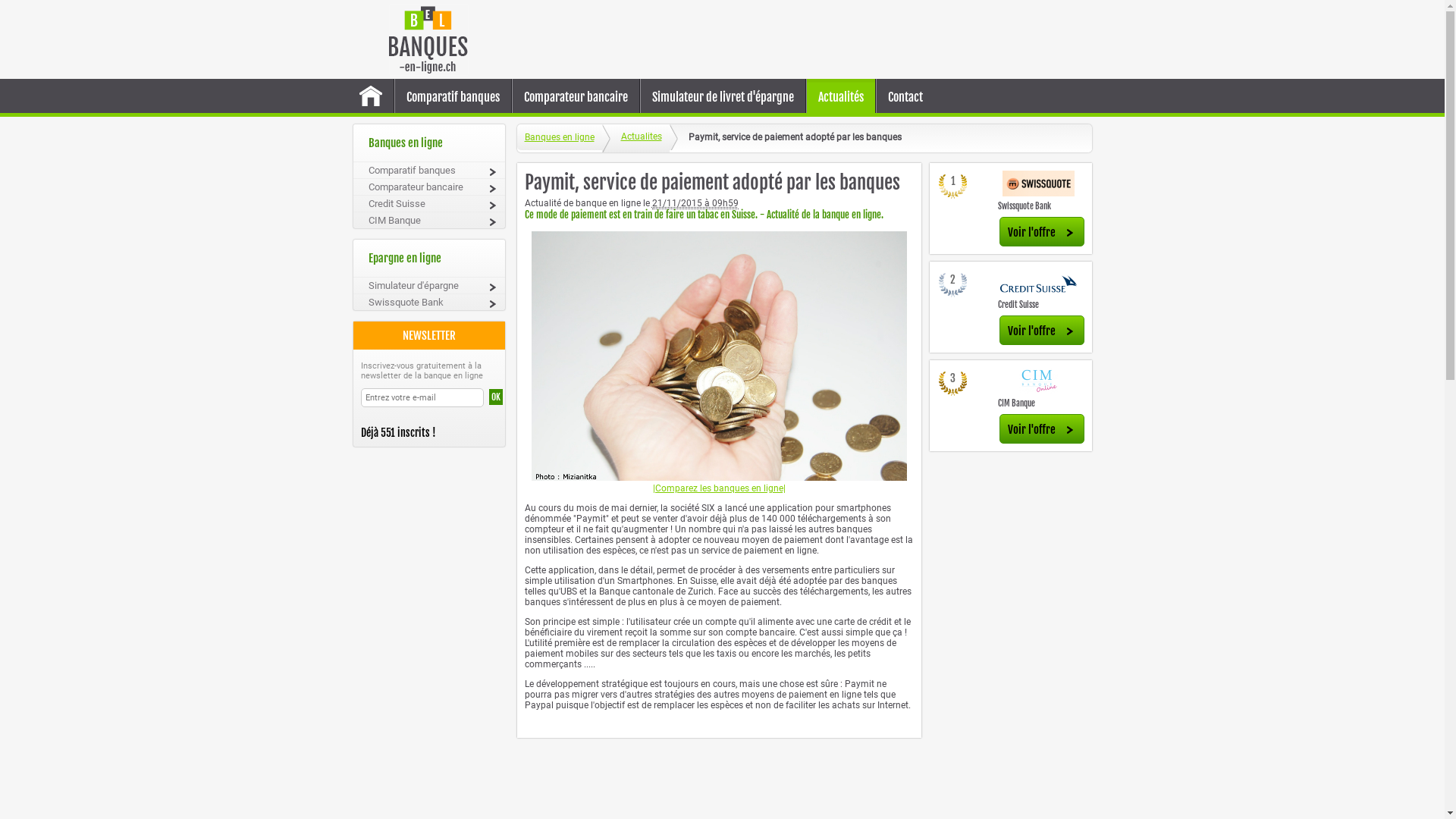 The width and height of the screenshot is (1456, 819). I want to click on 'Credit Suisse', so click(428, 202).